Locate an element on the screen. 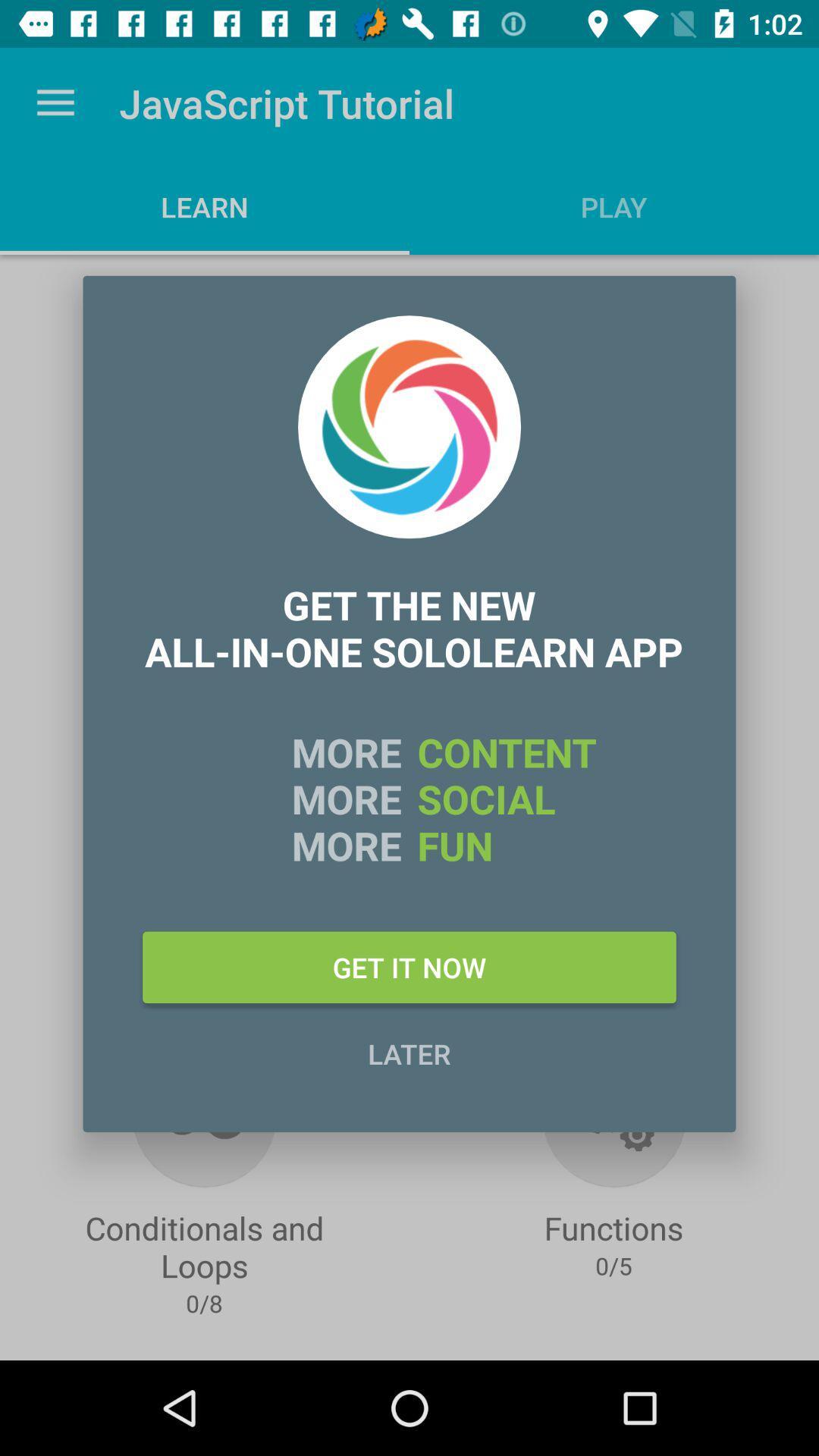 The width and height of the screenshot is (819, 1456). item below the get it now item is located at coordinates (409, 1053).